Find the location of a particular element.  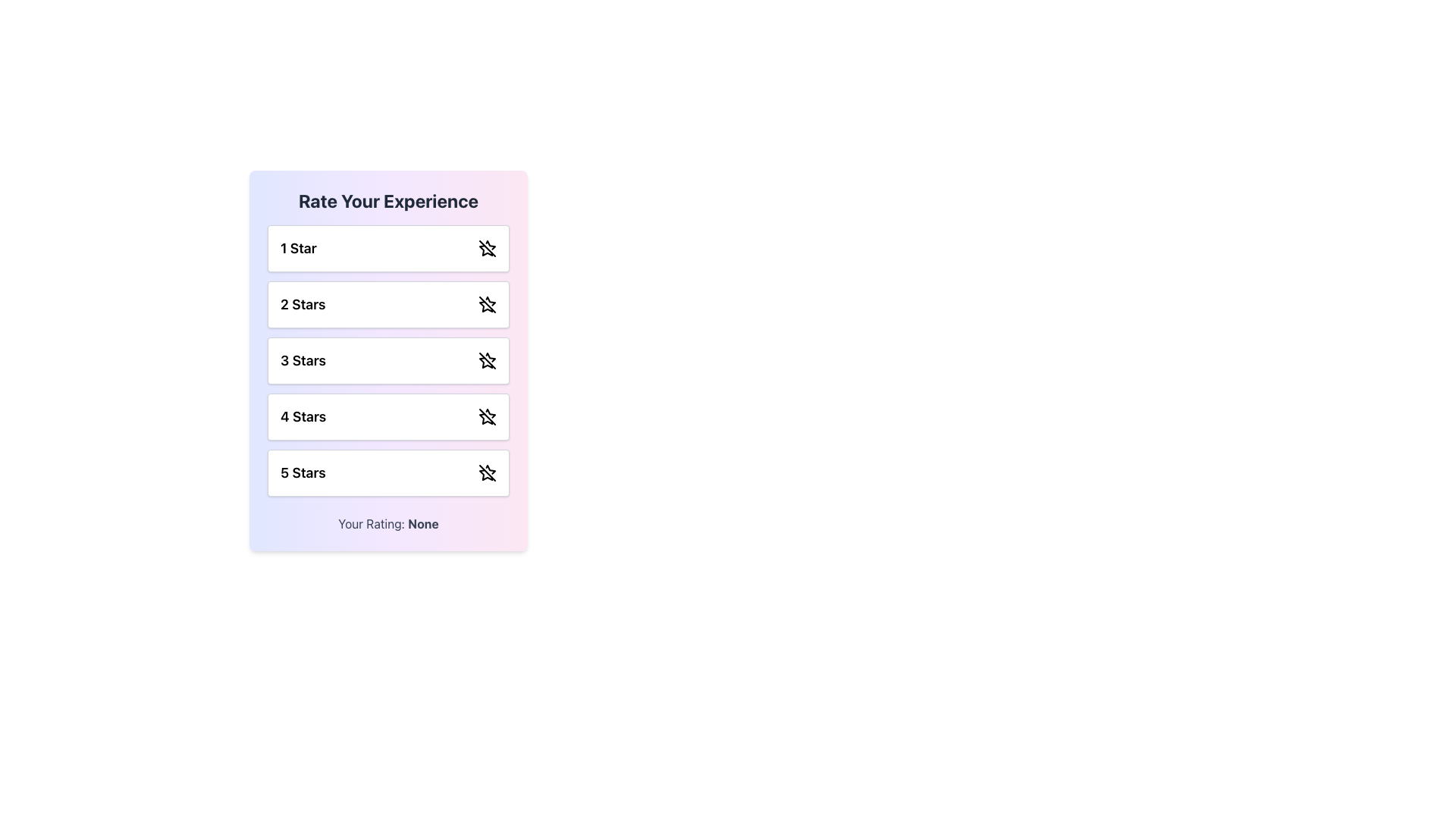

the third rating option button for three stars in the user feedback section is located at coordinates (388, 360).